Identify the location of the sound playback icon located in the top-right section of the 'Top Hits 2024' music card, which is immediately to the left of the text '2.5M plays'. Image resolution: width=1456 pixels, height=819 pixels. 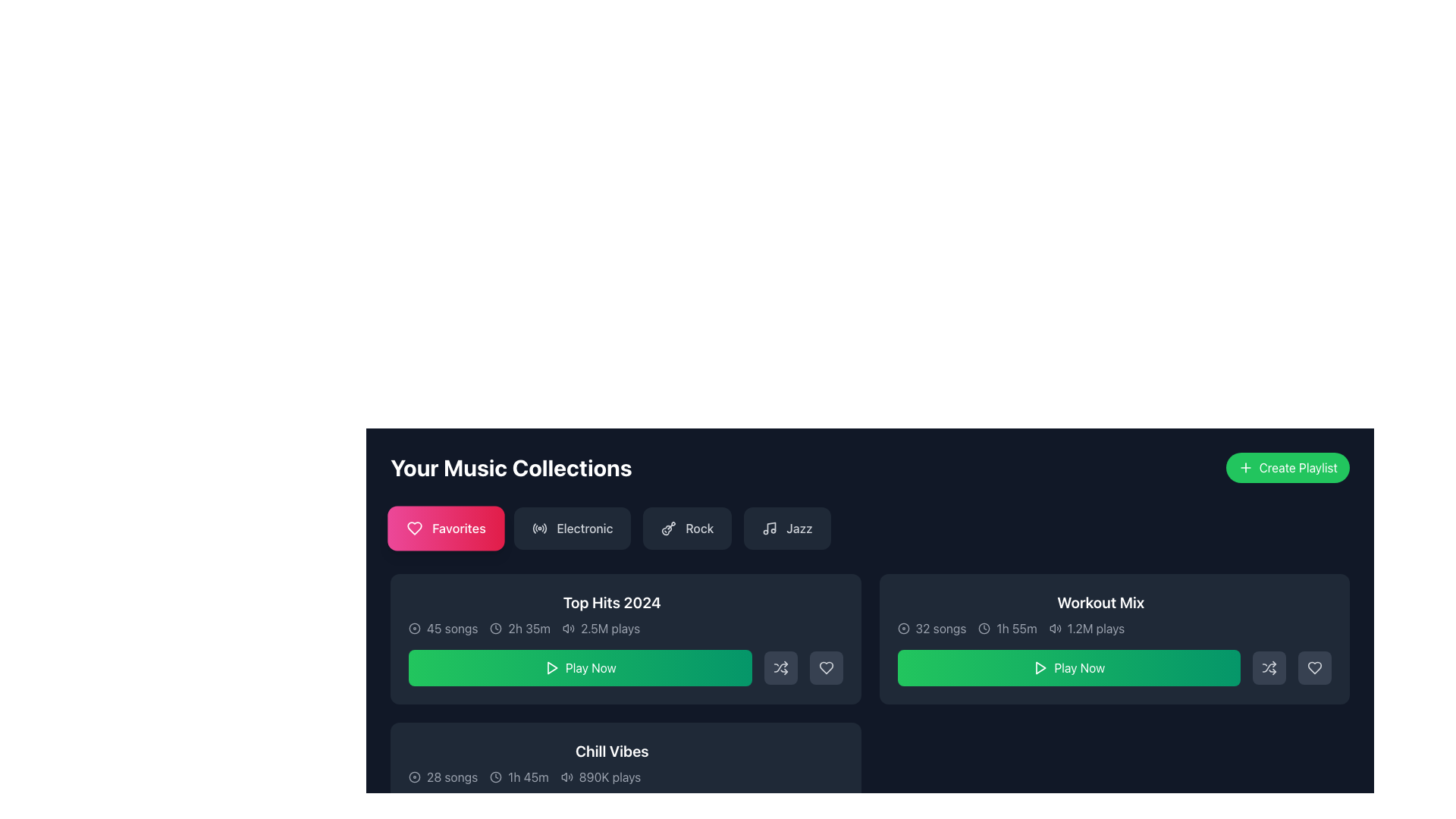
(567, 629).